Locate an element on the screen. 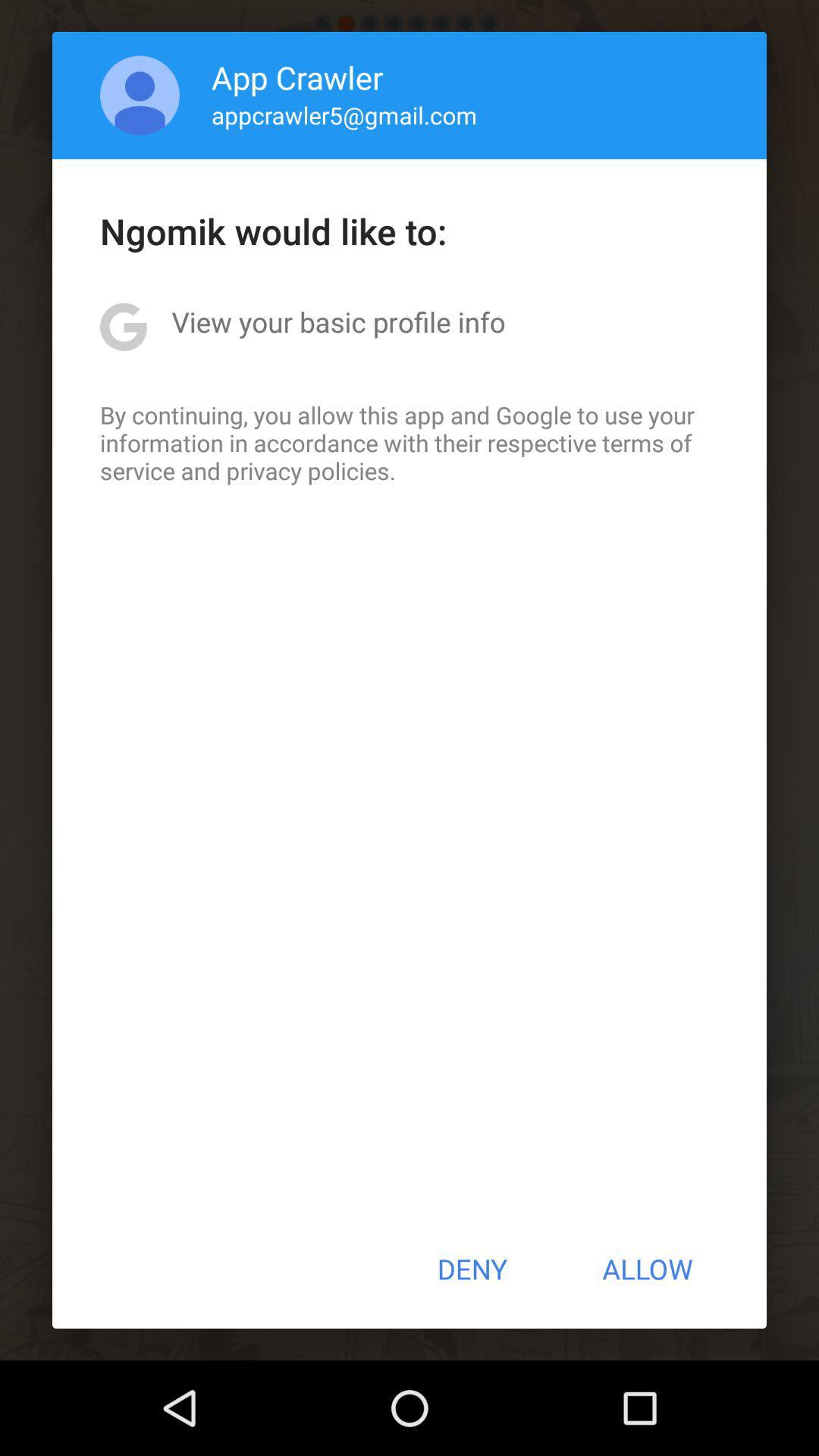 Image resolution: width=819 pixels, height=1456 pixels. the view your basic icon is located at coordinates (337, 321).